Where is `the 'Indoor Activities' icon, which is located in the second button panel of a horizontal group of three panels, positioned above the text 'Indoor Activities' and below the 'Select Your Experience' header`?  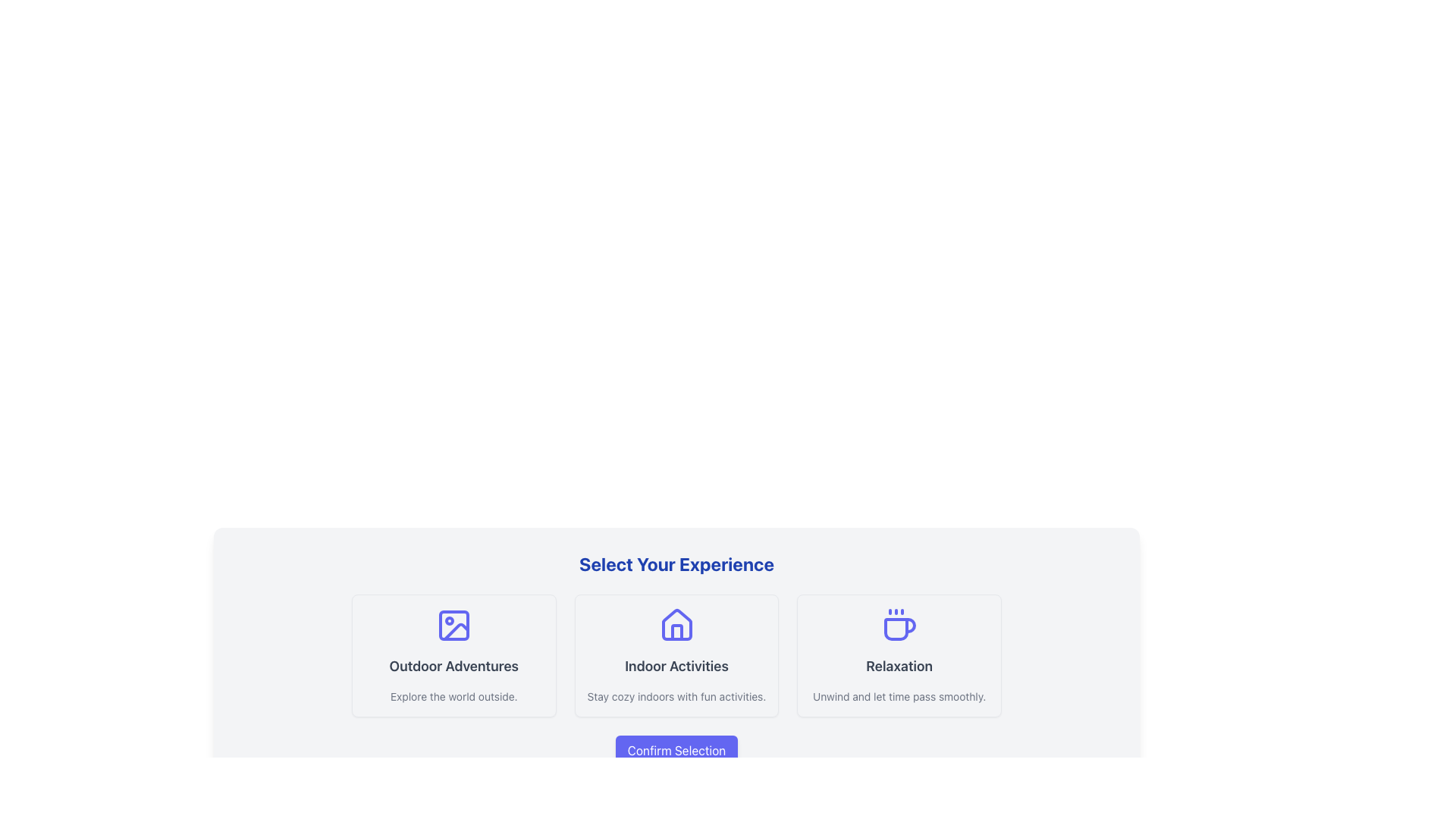
the 'Indoor Activities' icon, which is located in the second button panel of a horizontal group of three panels, positioned above the text 'Indoor Activities' and below the 'Select Your Experience' header is located at coordinates (676, 626).